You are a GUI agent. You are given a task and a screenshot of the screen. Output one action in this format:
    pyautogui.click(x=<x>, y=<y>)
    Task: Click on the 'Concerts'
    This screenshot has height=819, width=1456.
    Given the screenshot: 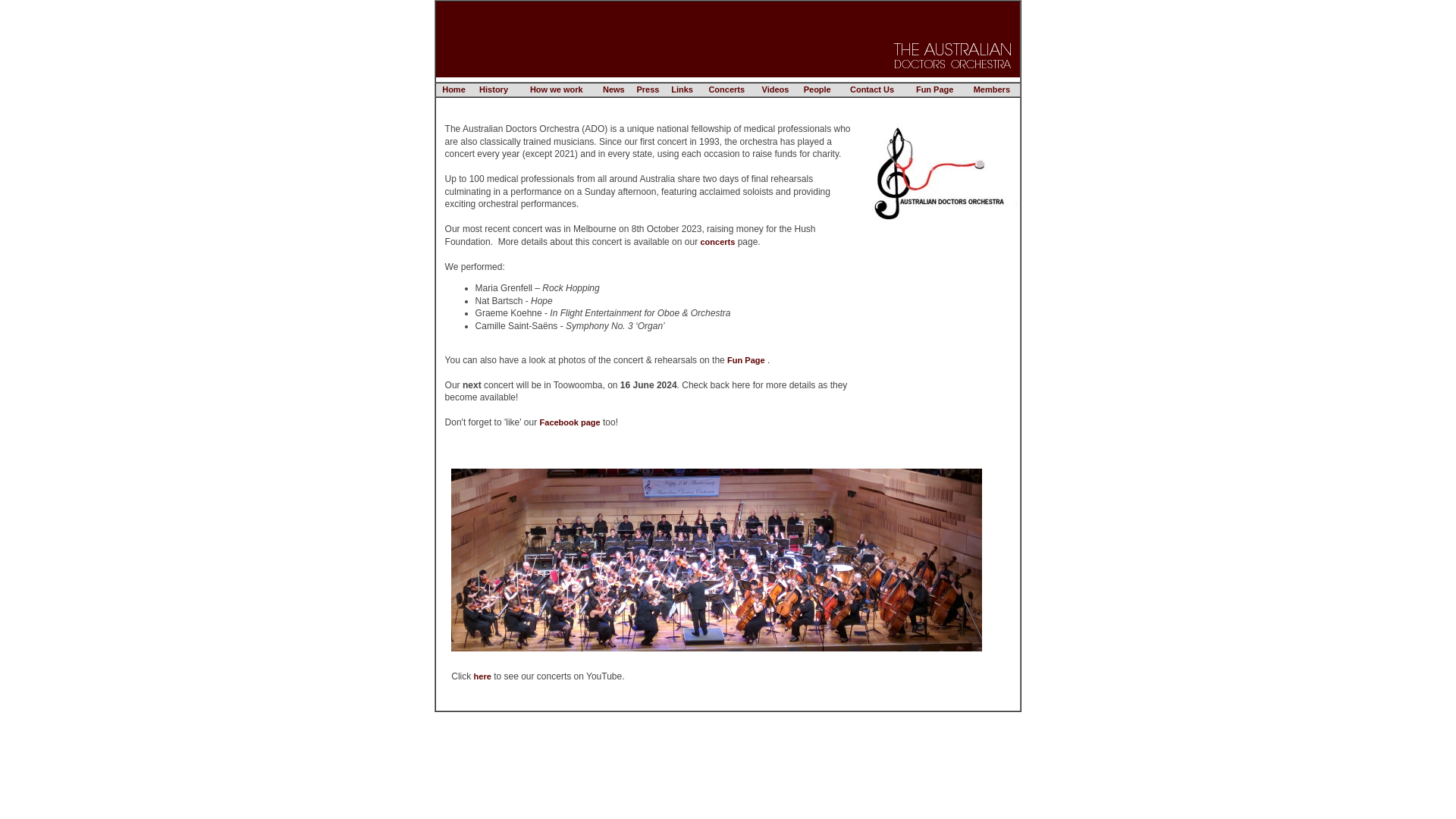 What is the action you would take?
    pyautogui.click(x=726, y=89)
    